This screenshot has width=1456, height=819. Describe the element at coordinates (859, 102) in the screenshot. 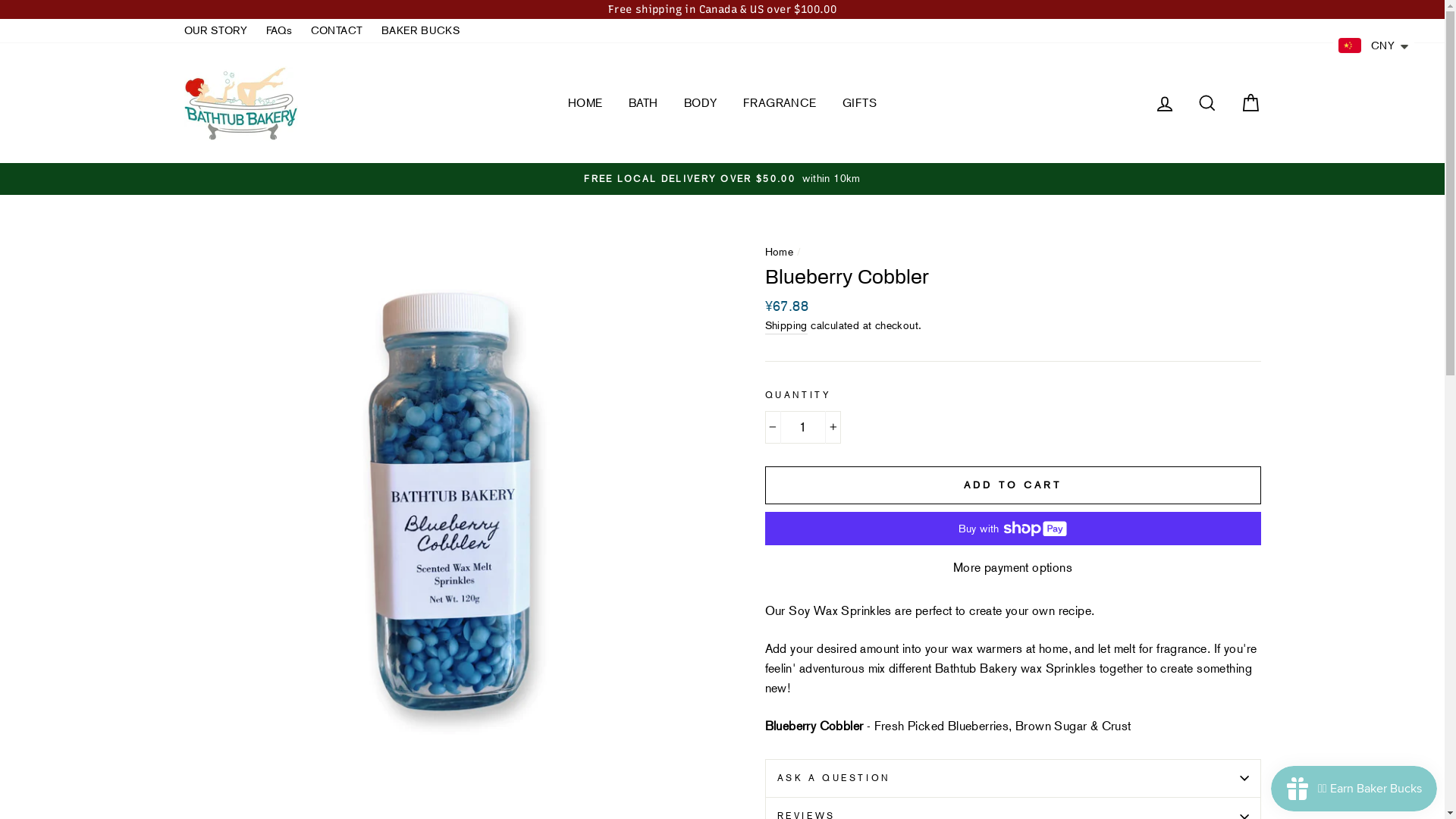

I see `'GIFTS'` at that location.